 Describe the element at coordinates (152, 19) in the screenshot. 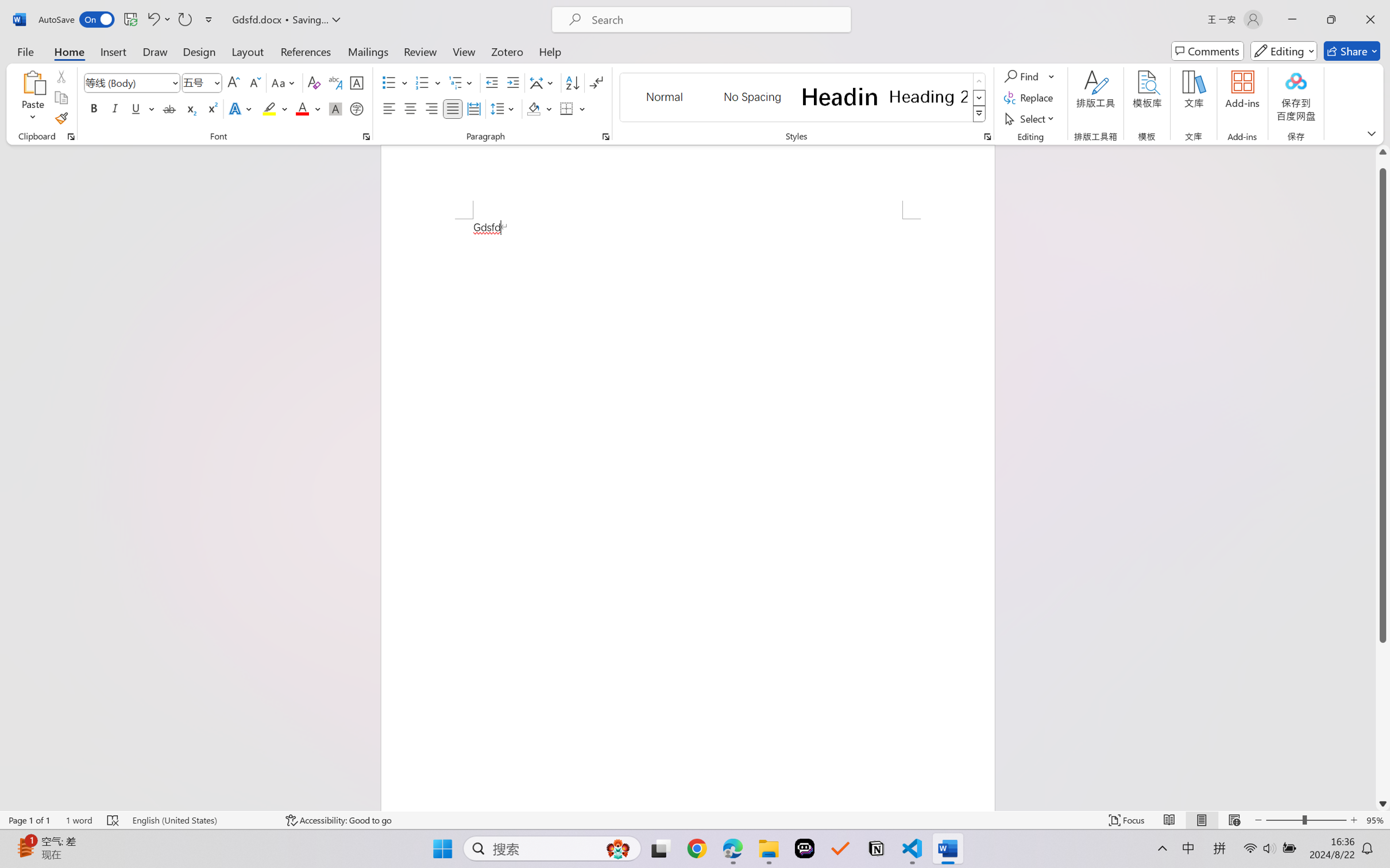

I see `'Undo Style'` at that location.